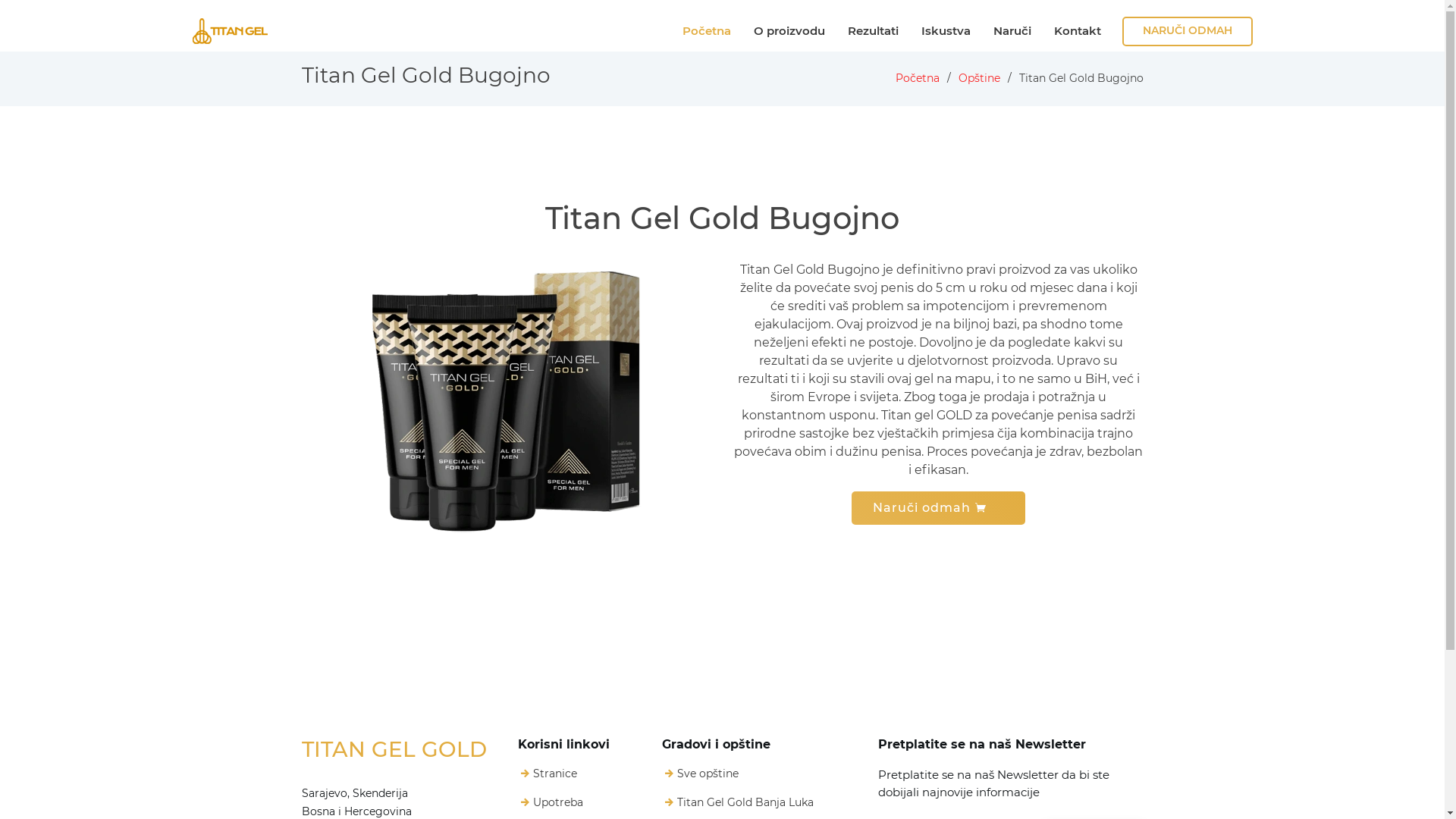  I want to click on 'Stranice', so click(553, 773).